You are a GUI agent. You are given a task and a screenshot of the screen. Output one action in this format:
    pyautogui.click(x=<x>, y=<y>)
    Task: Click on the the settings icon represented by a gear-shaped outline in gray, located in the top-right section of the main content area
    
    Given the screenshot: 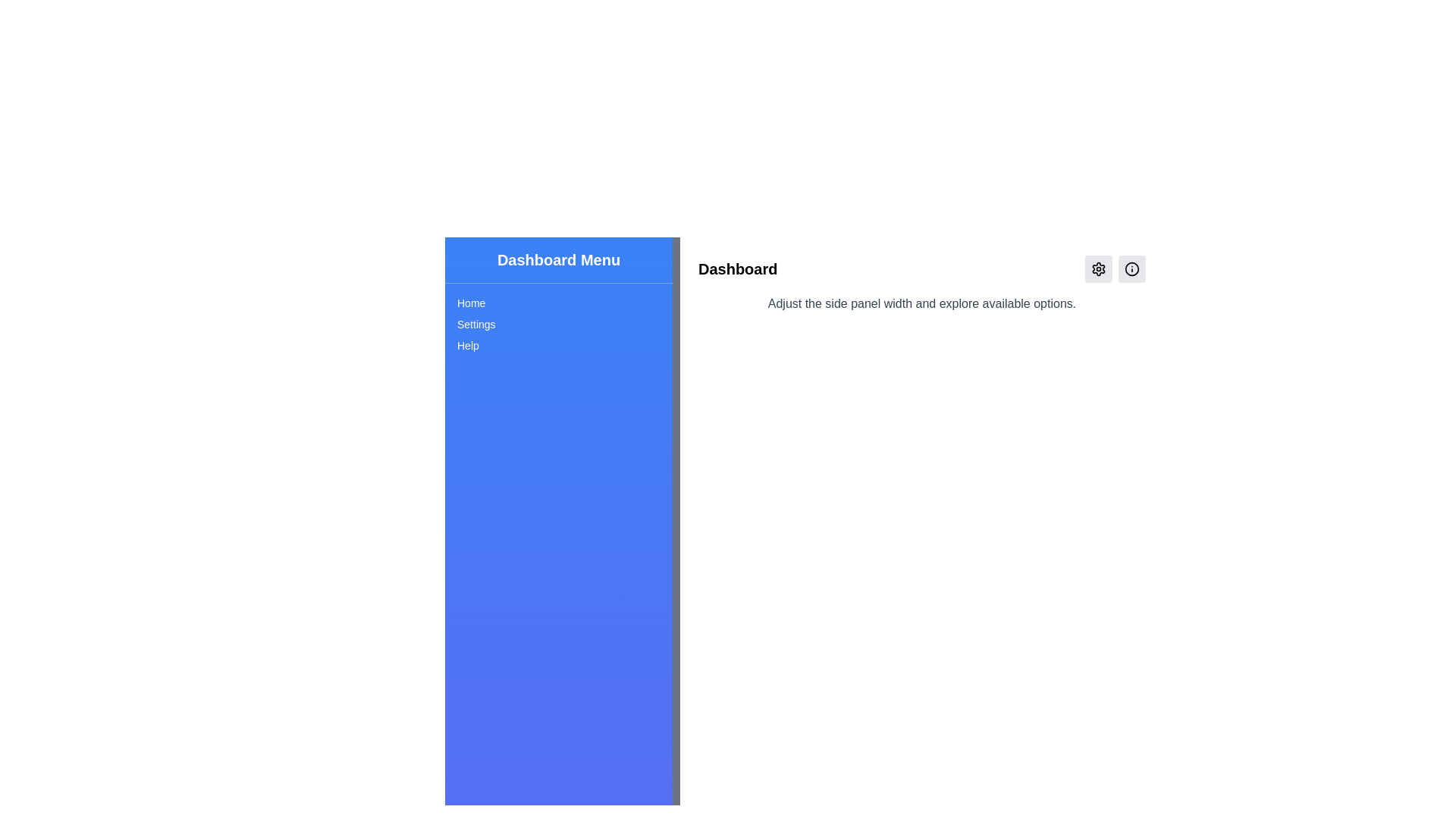 What is the action you would take?
    pyautogui.click(x=1099, y=268)
    